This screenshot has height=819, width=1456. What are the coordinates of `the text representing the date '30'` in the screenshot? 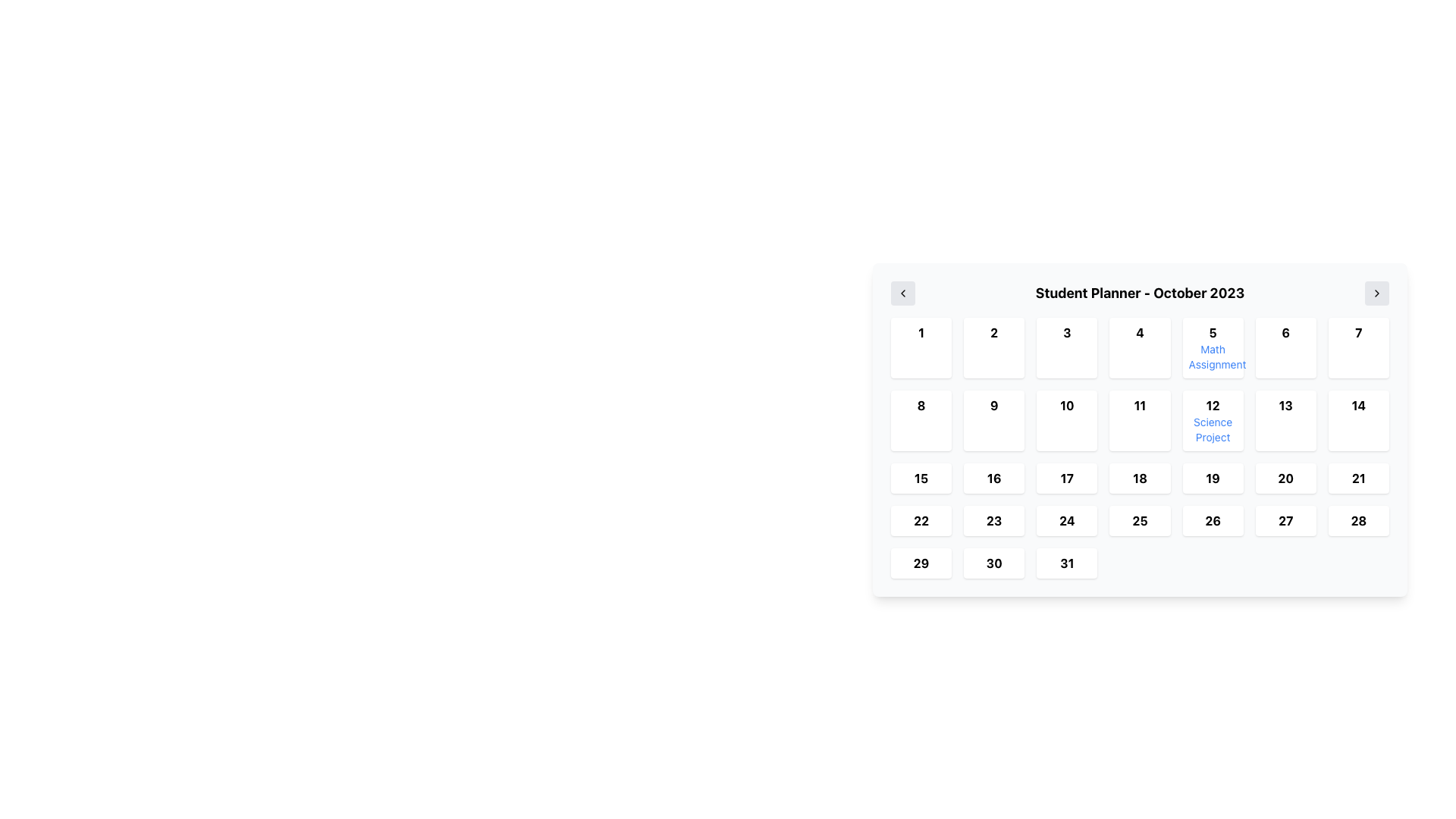 It's located at (994, 563).